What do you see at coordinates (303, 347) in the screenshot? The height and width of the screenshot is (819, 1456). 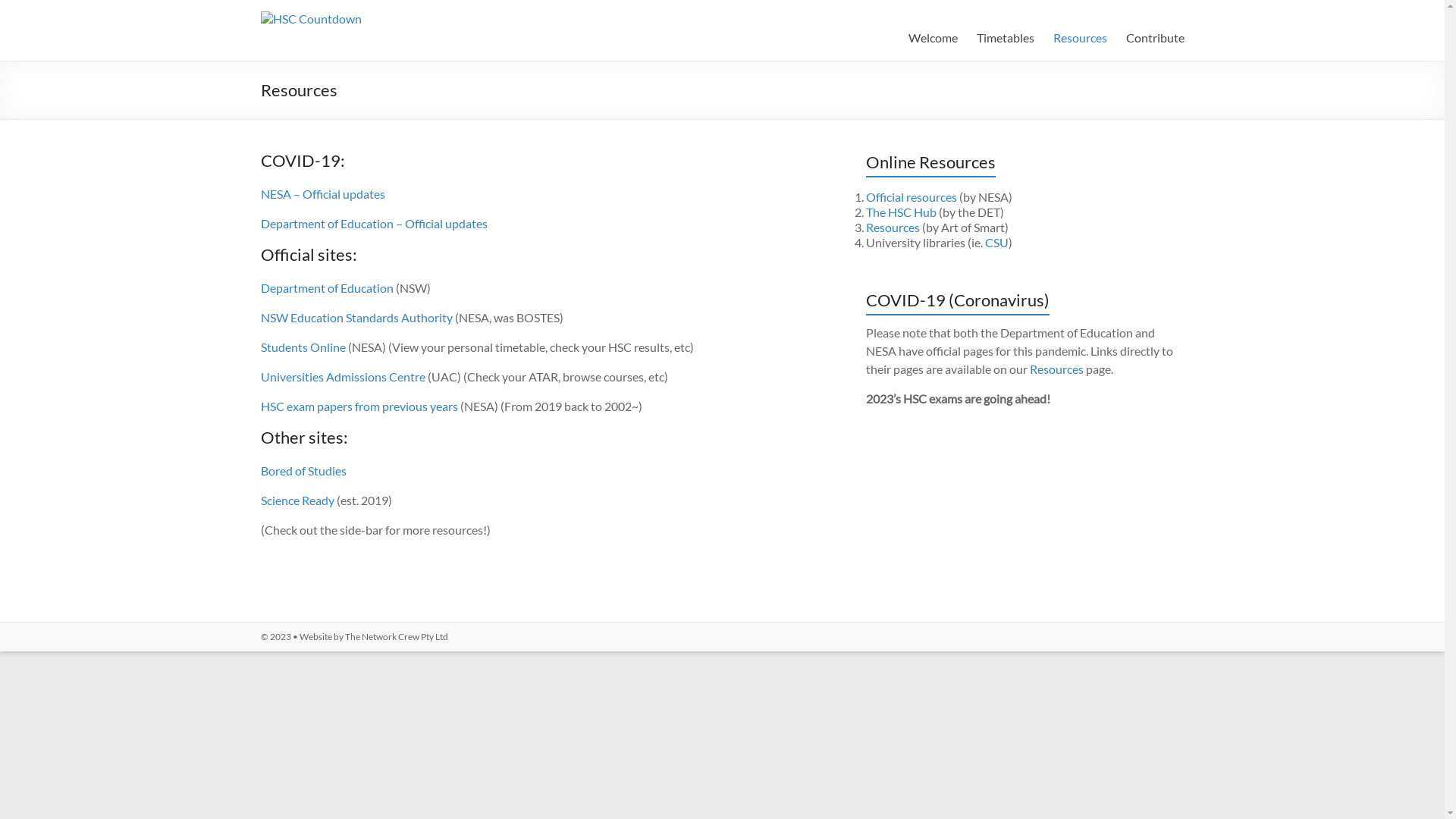 I see `'Students Online'` at bounding box center [303, 347].